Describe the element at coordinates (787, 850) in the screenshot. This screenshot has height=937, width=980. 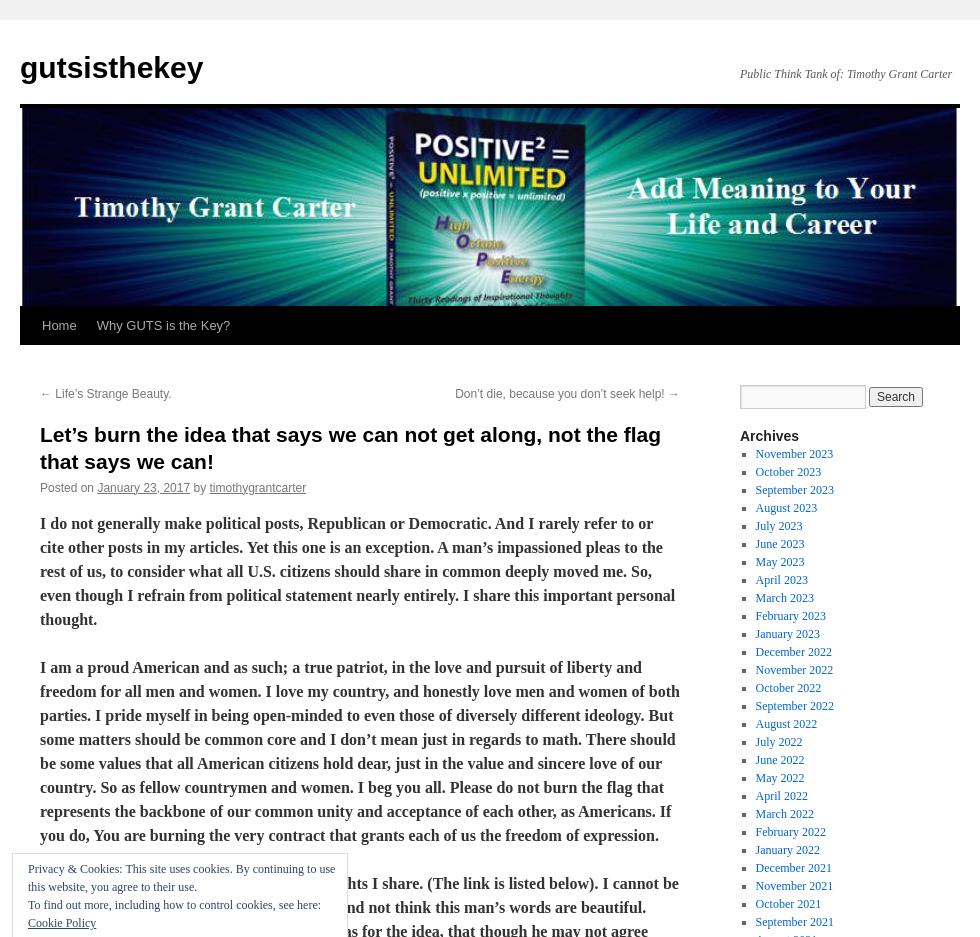
I see `'January 2022'` at that location.